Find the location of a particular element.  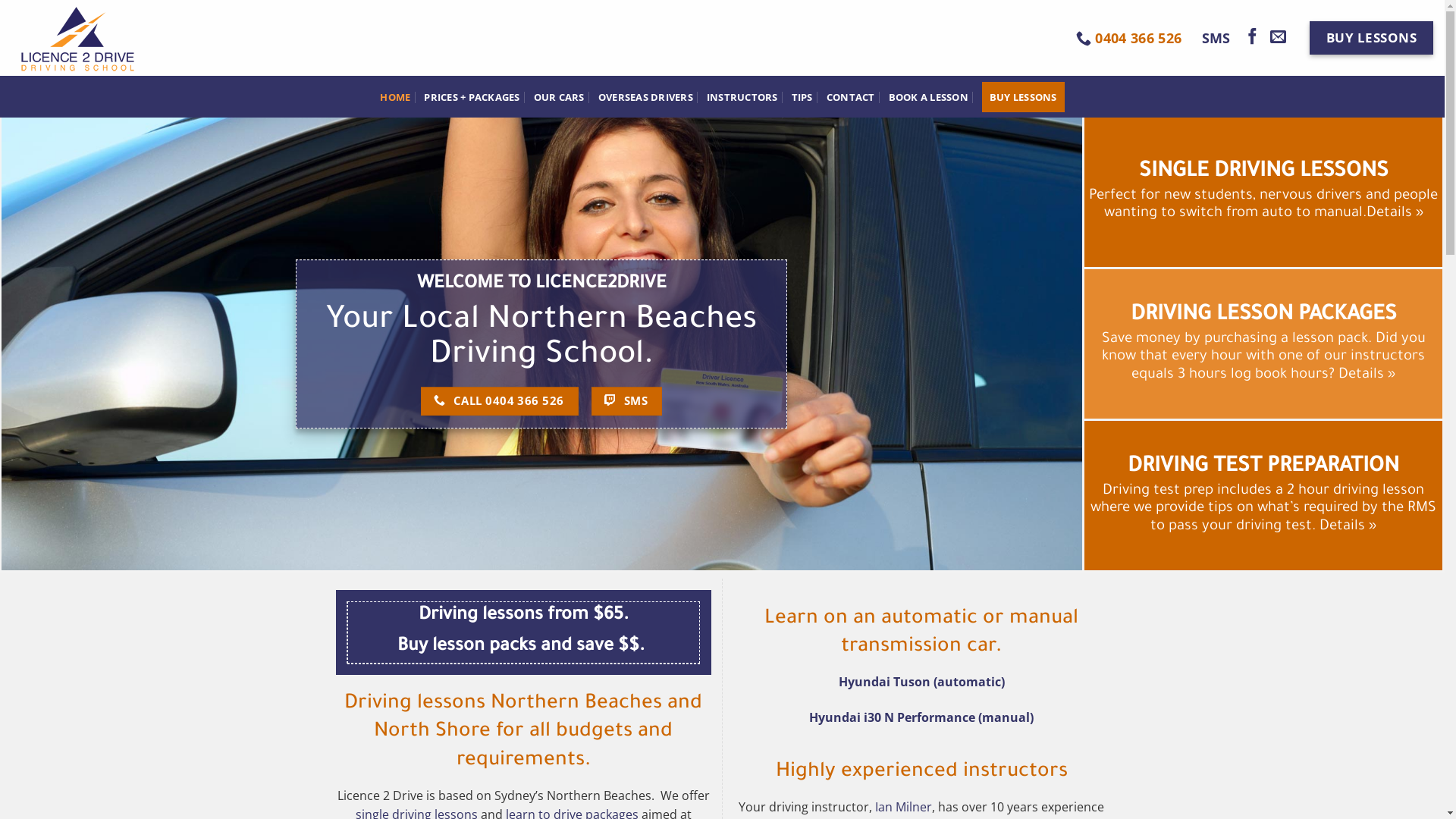

'HOME' is located at coordinates (395, 96).